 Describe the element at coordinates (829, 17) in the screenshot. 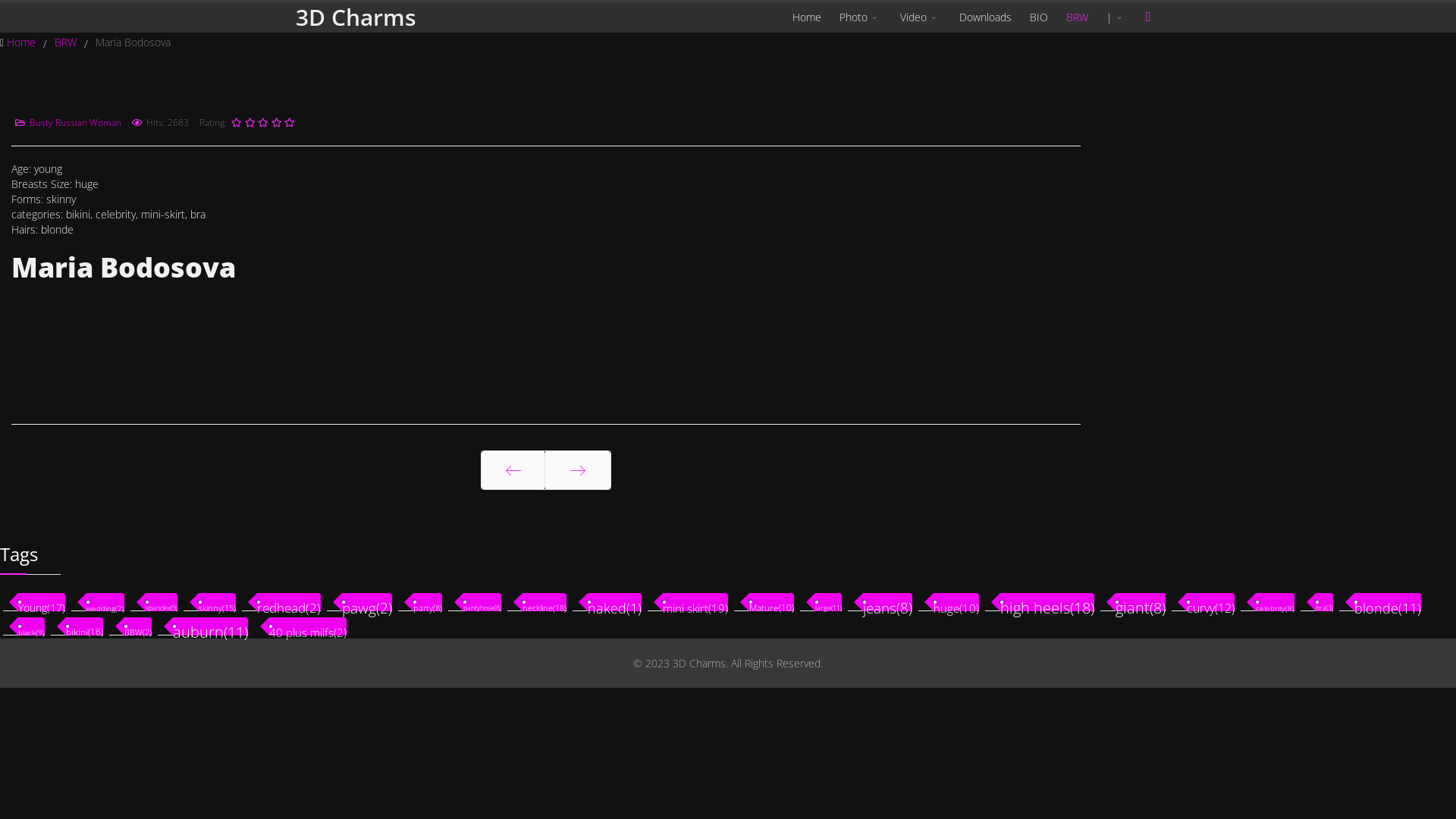

I see `'Photo'` at that location.